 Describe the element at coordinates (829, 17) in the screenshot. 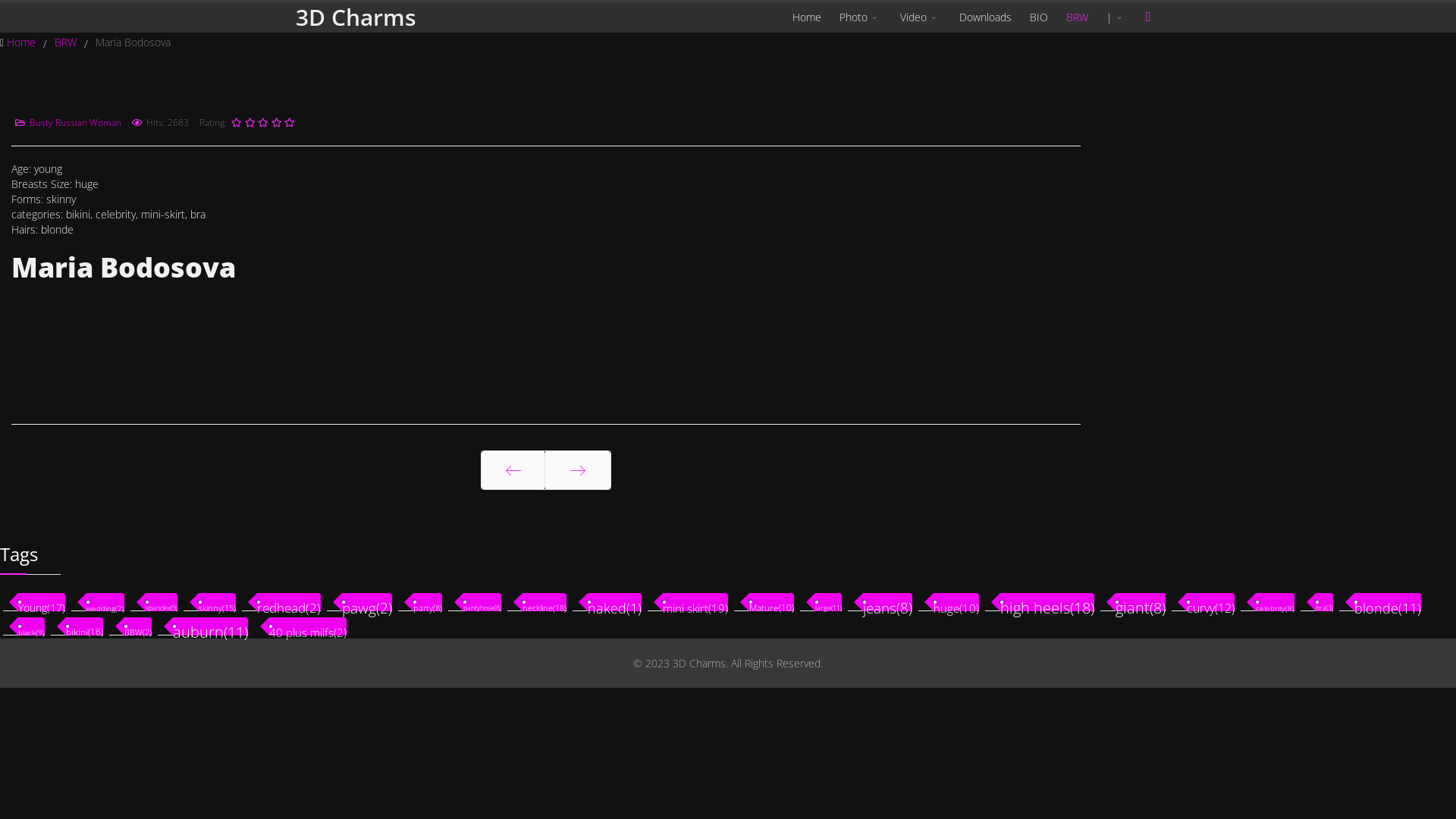

I see `'Photo'` at that location.